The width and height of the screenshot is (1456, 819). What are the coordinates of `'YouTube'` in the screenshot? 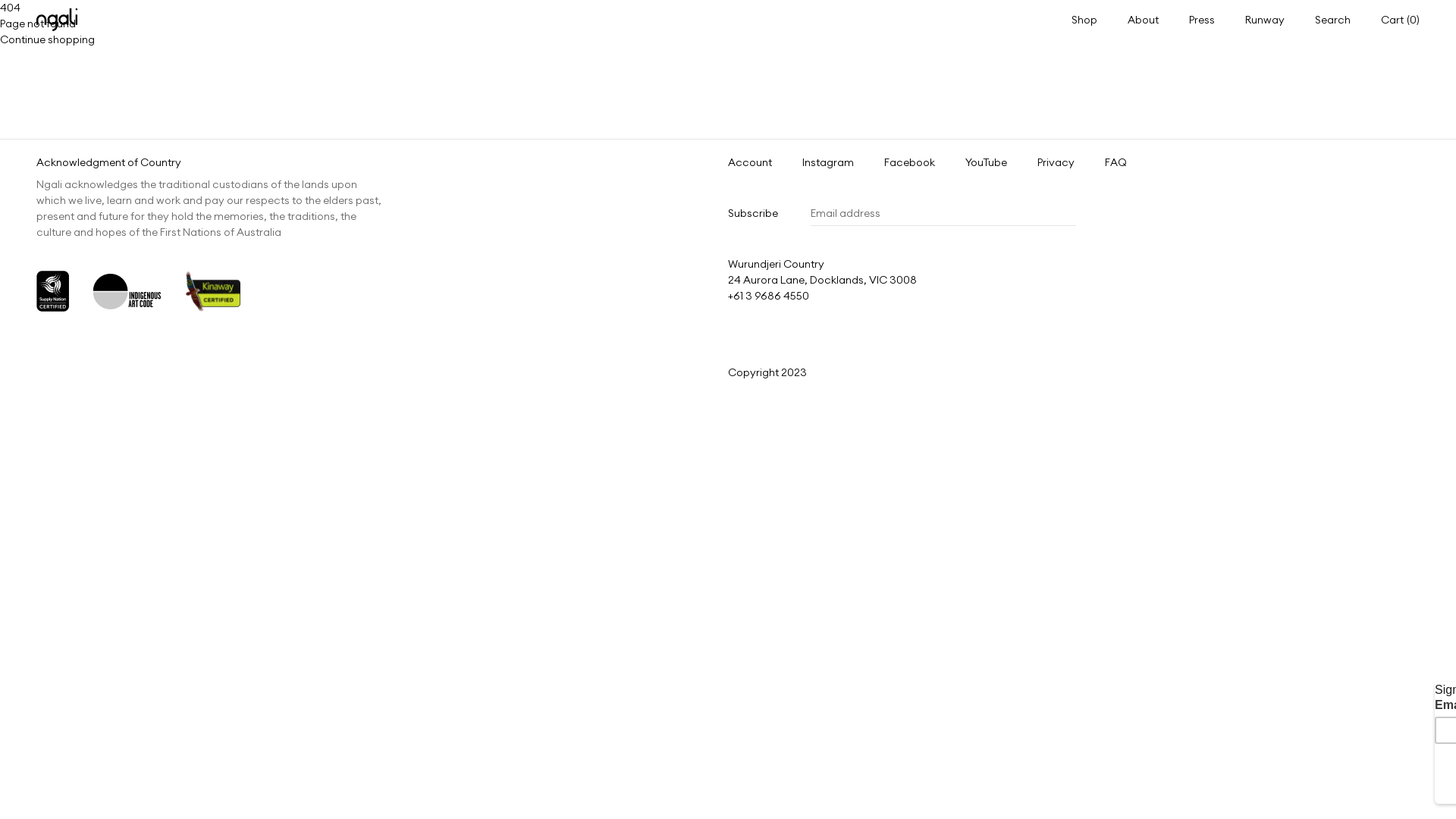 It's located at (986, 162).